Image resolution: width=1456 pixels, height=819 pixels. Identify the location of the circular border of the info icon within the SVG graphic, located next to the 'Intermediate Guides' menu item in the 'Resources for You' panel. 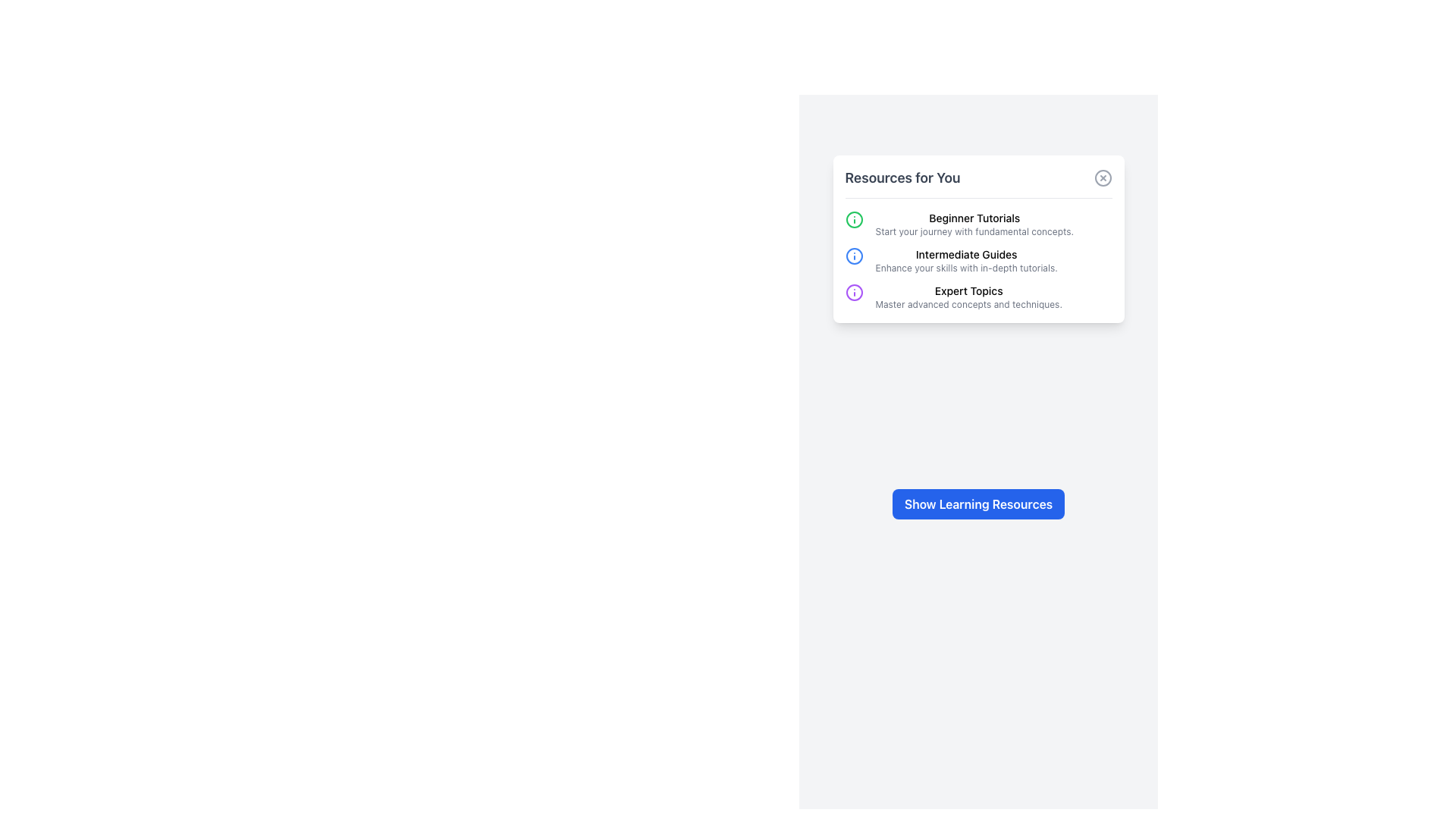
(854, 219).